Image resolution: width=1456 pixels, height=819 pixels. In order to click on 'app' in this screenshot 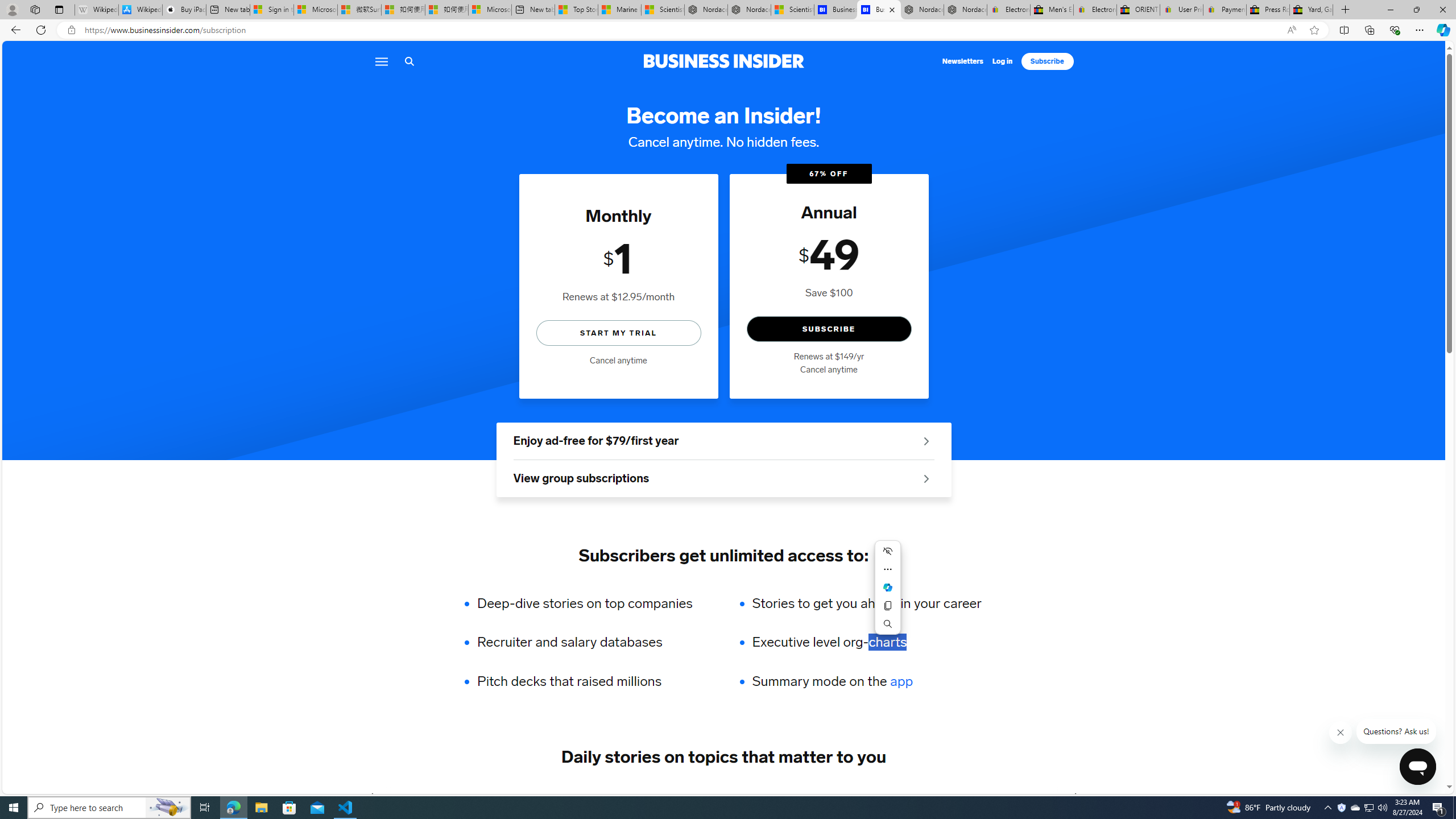, I will do `click(900, 681)`.